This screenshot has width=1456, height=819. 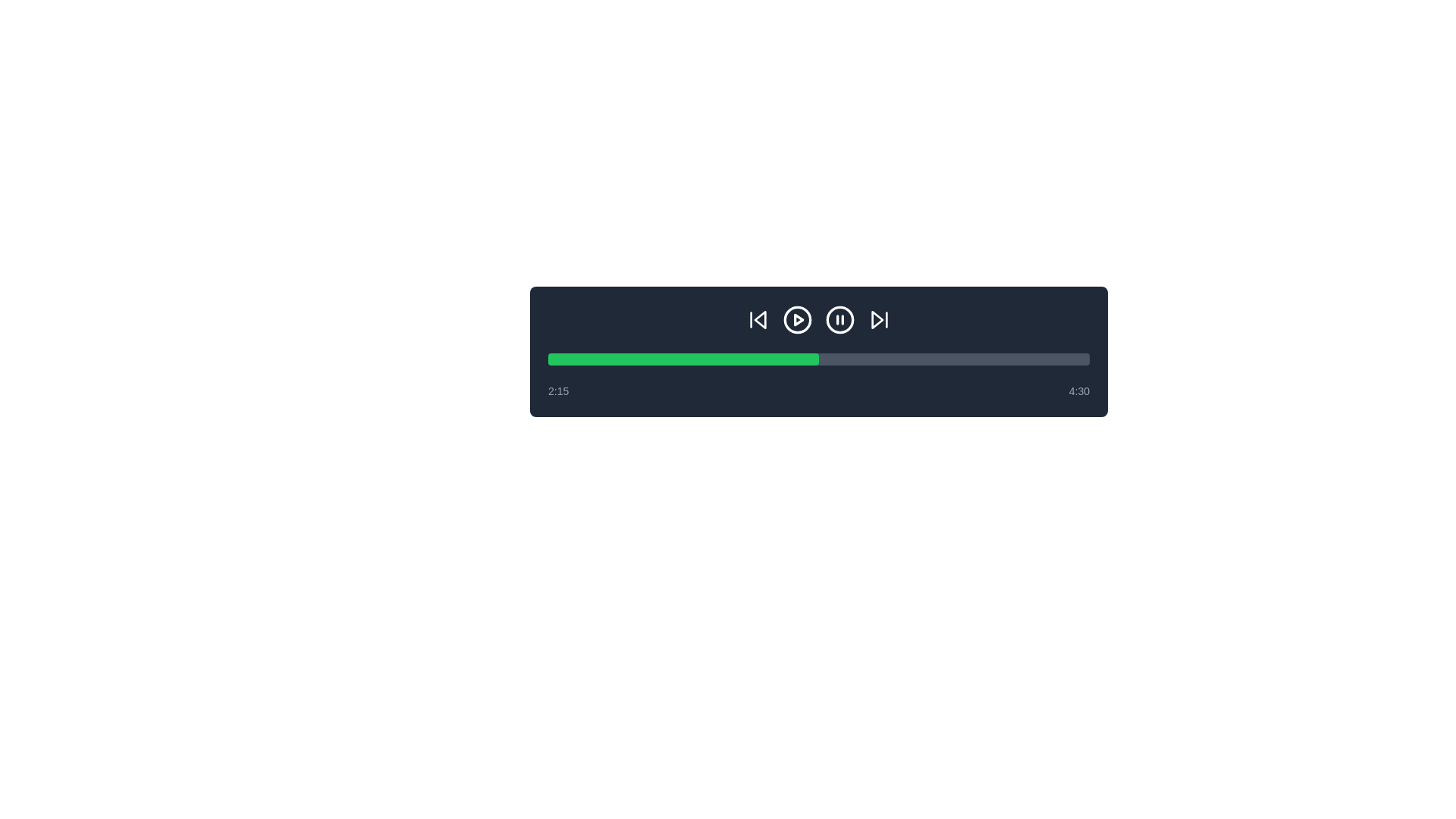 I want to click on the center of the circular pause button icon, which is indicated by a white stroke on a dark background, so click(x=839, y=318).